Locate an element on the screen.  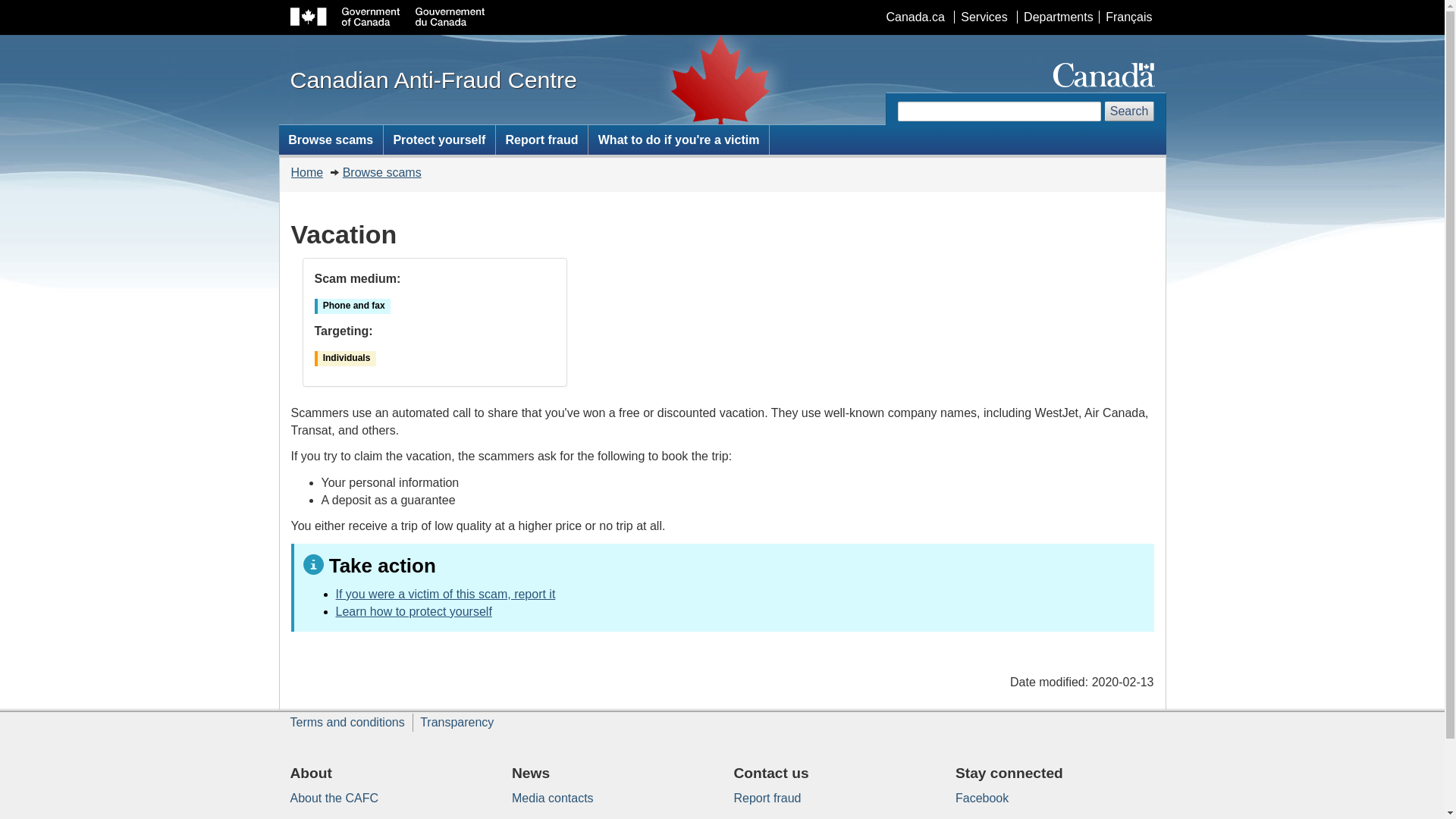
'Search' is located at coordinates (1129, 110).